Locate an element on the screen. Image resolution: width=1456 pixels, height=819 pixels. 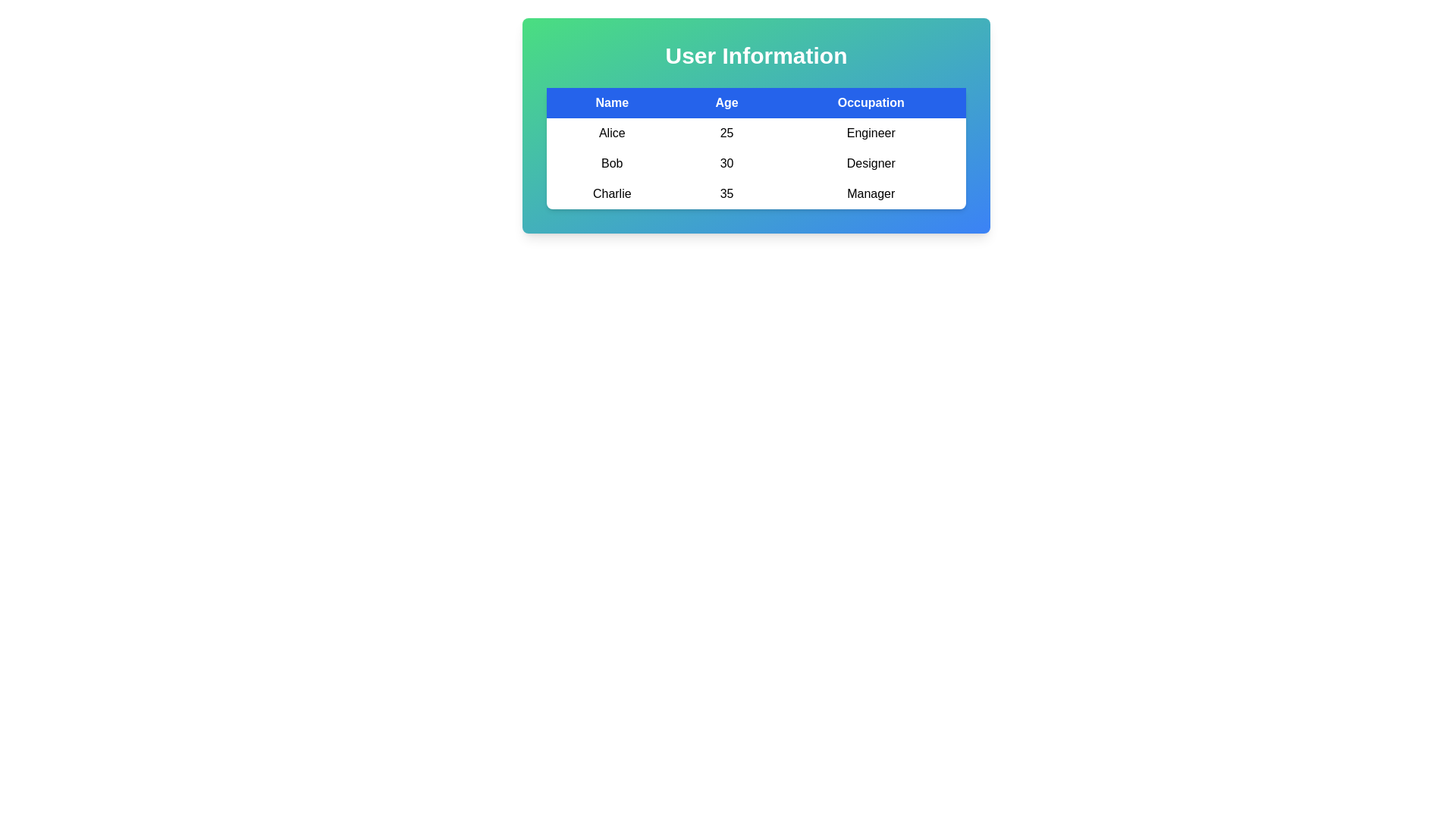
the Text label displaying the name 'Charlie', which is located in the third row of the table under the 'Name' column is located at coordinates (612, 193).